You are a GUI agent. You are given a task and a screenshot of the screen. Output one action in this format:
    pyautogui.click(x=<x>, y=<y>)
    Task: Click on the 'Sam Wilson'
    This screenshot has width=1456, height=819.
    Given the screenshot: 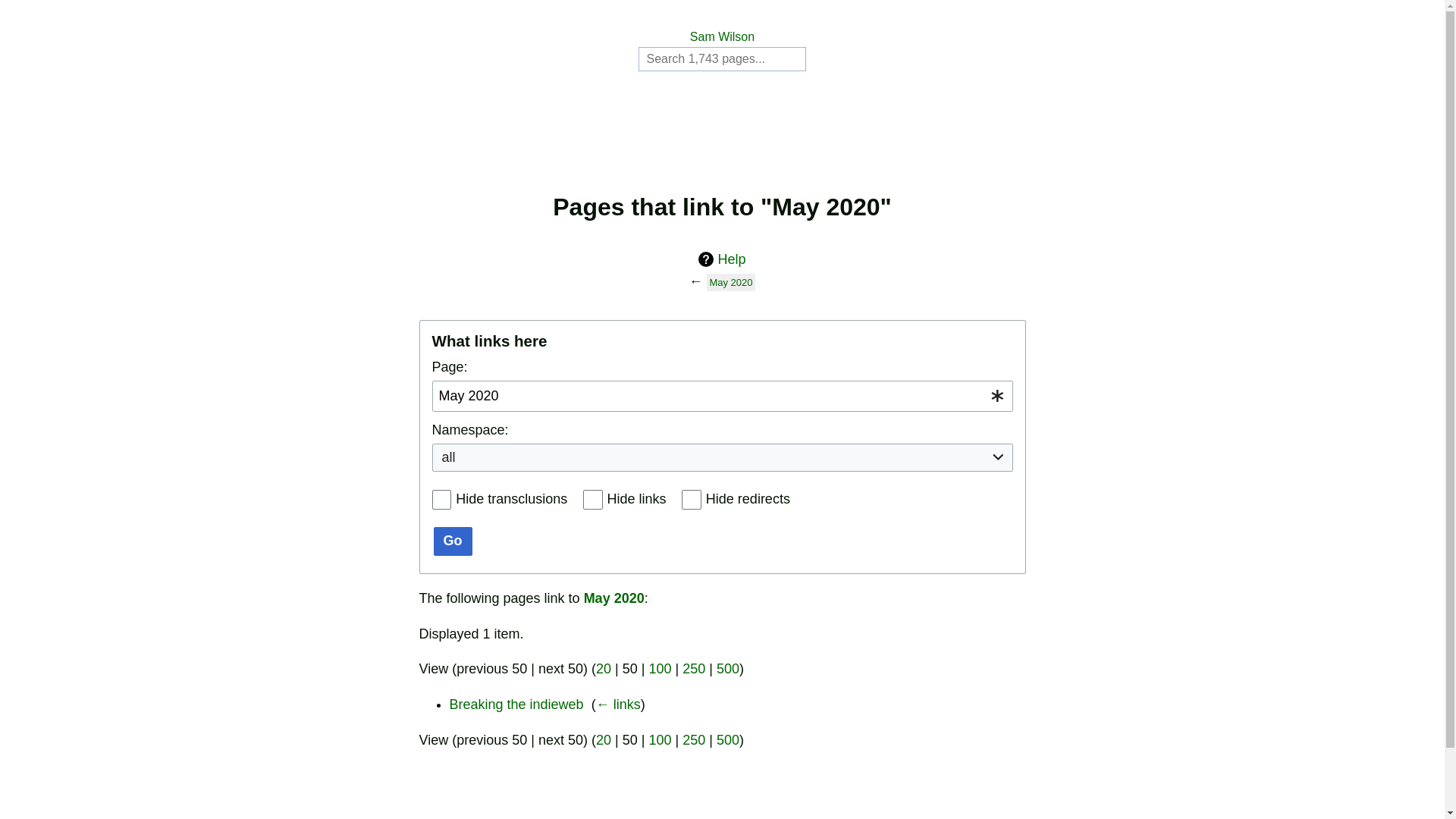 What is the action you would take?
    pyautogui.click(x=689, y=36)
    